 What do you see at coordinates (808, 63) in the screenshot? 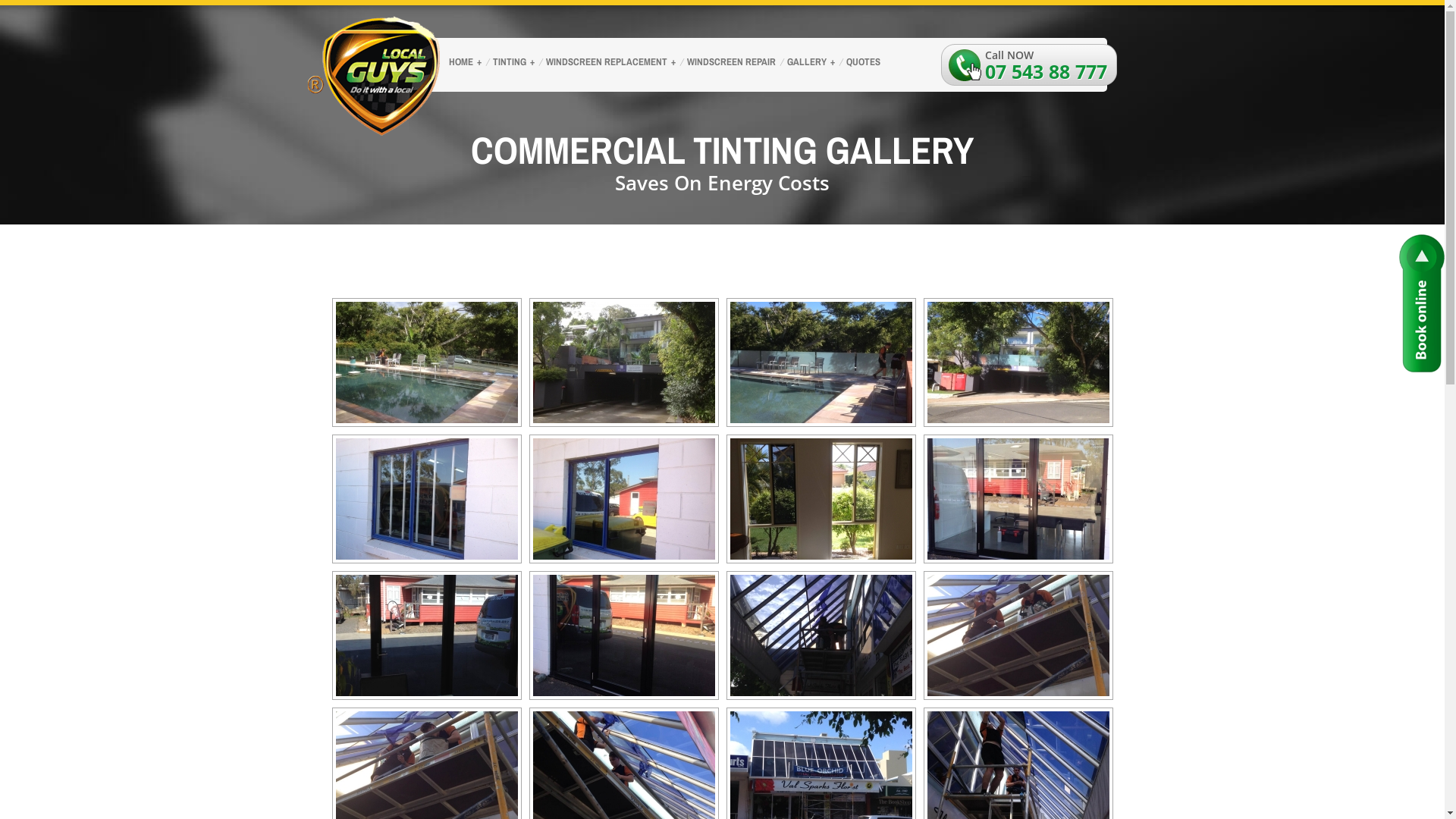
I see `'GALLERY'` at bounding box center [808, 63].